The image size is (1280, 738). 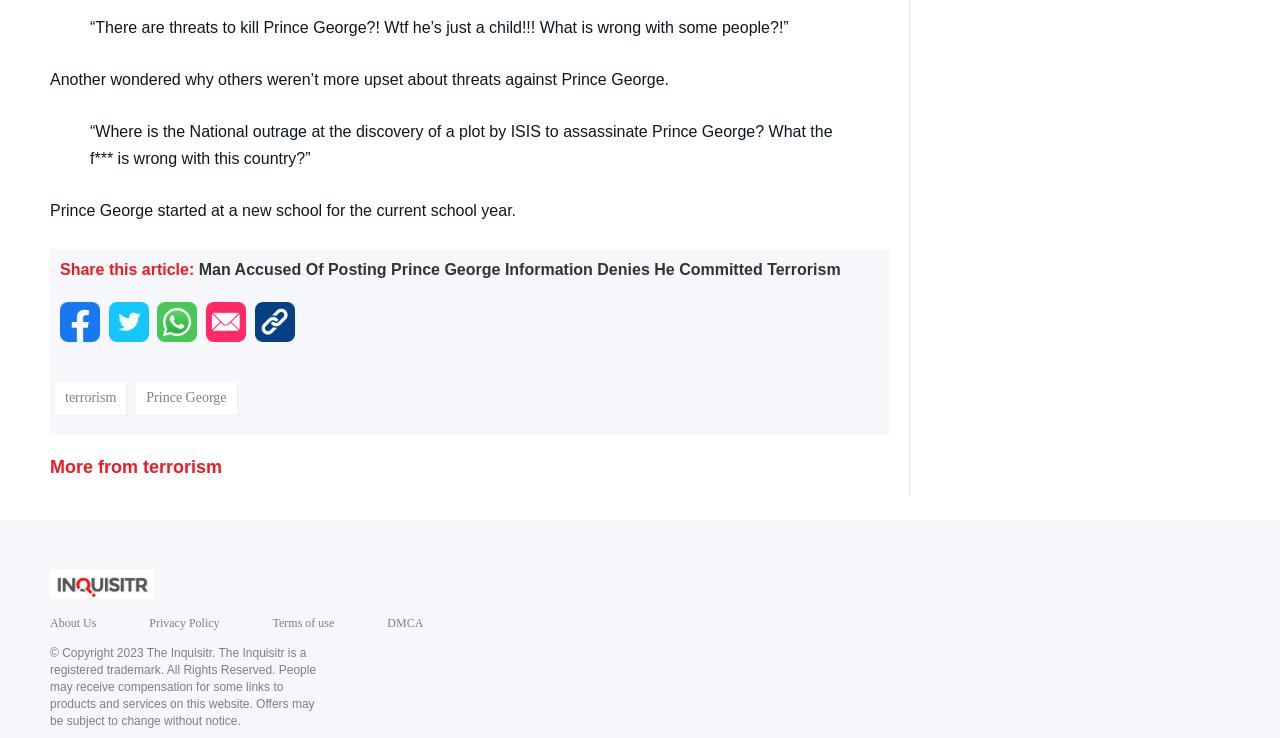 I want to click on 'Another wondered why others weren’t more upset about threats against Prince George.', so click(x=359, y=77).